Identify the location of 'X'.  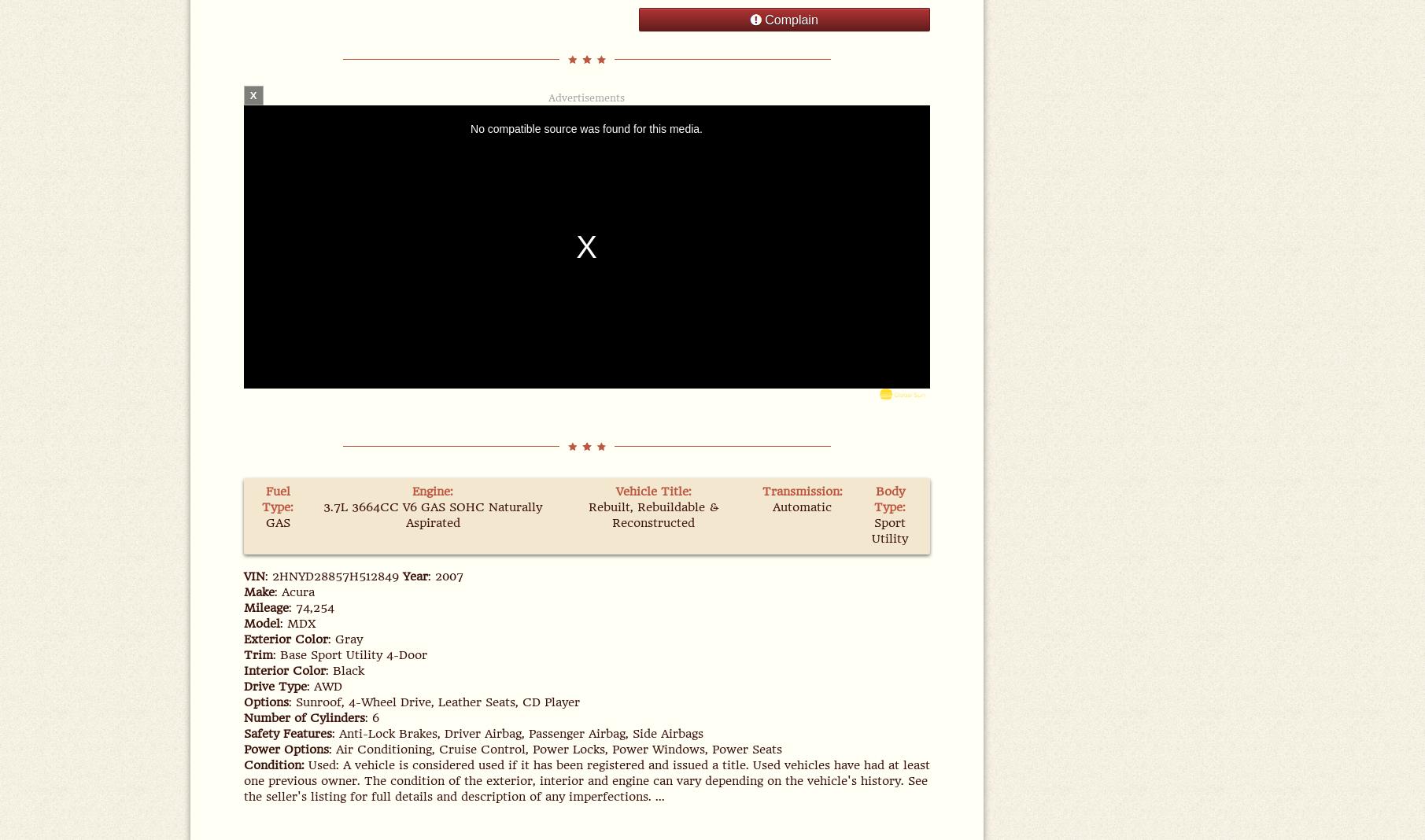
(252, 94).